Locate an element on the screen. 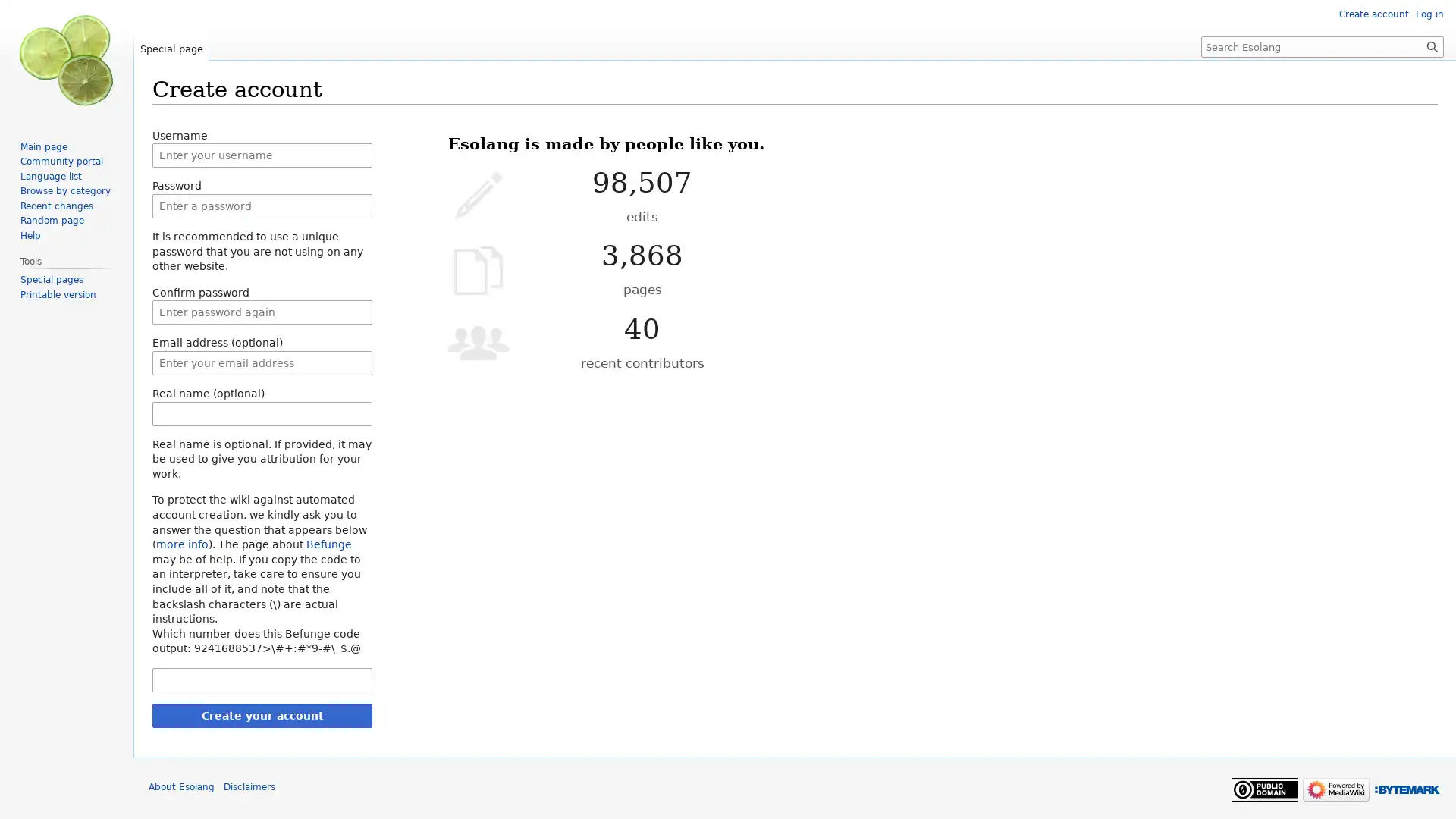 The image size is (1456, 819). Go is located at coordinates (1432, 45).